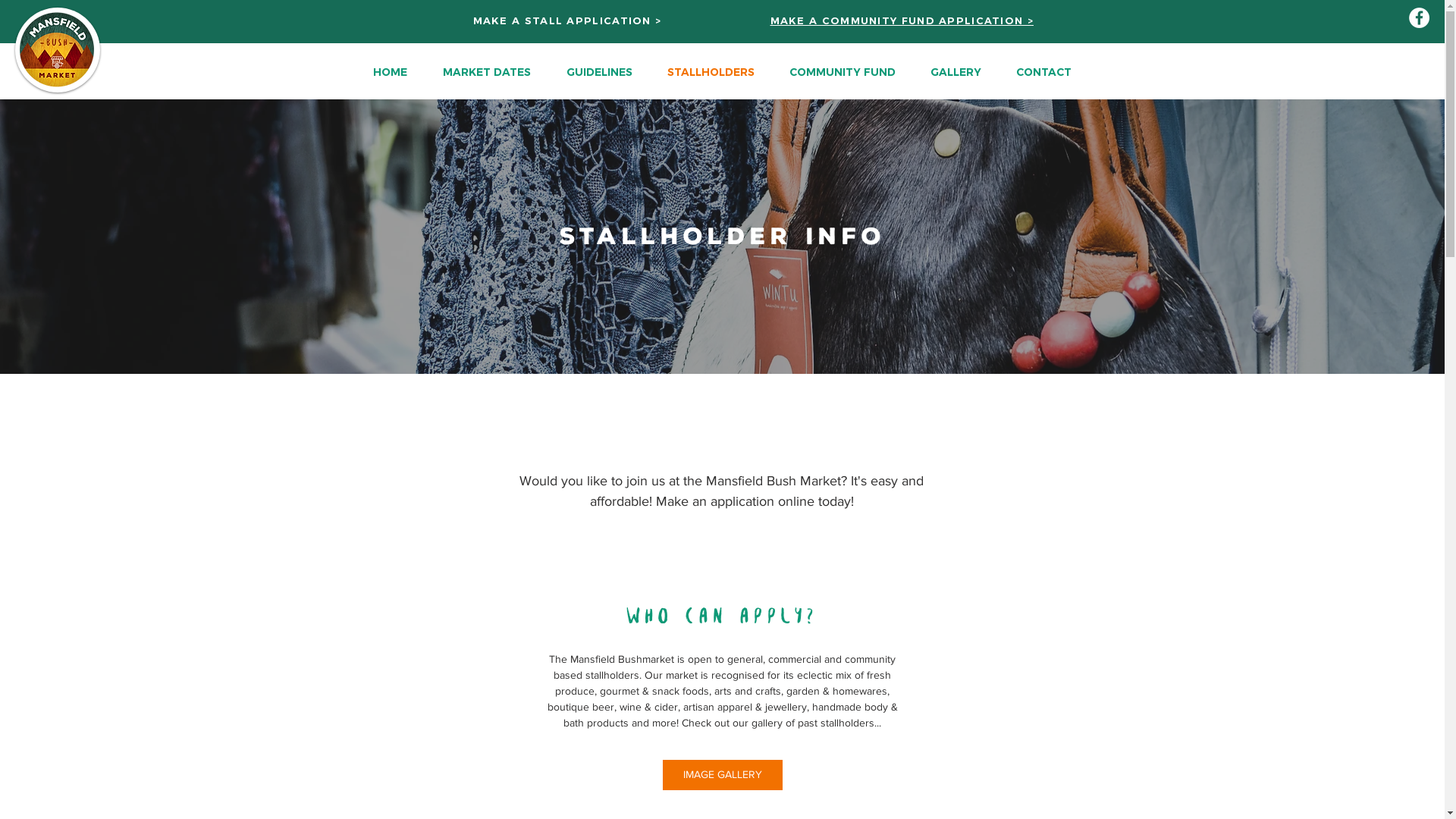 The width and height of the screenshot is (1456, 819). Describe the element at coordinates (389, 71) in the screenshot. I see `'HOME'` at that location.